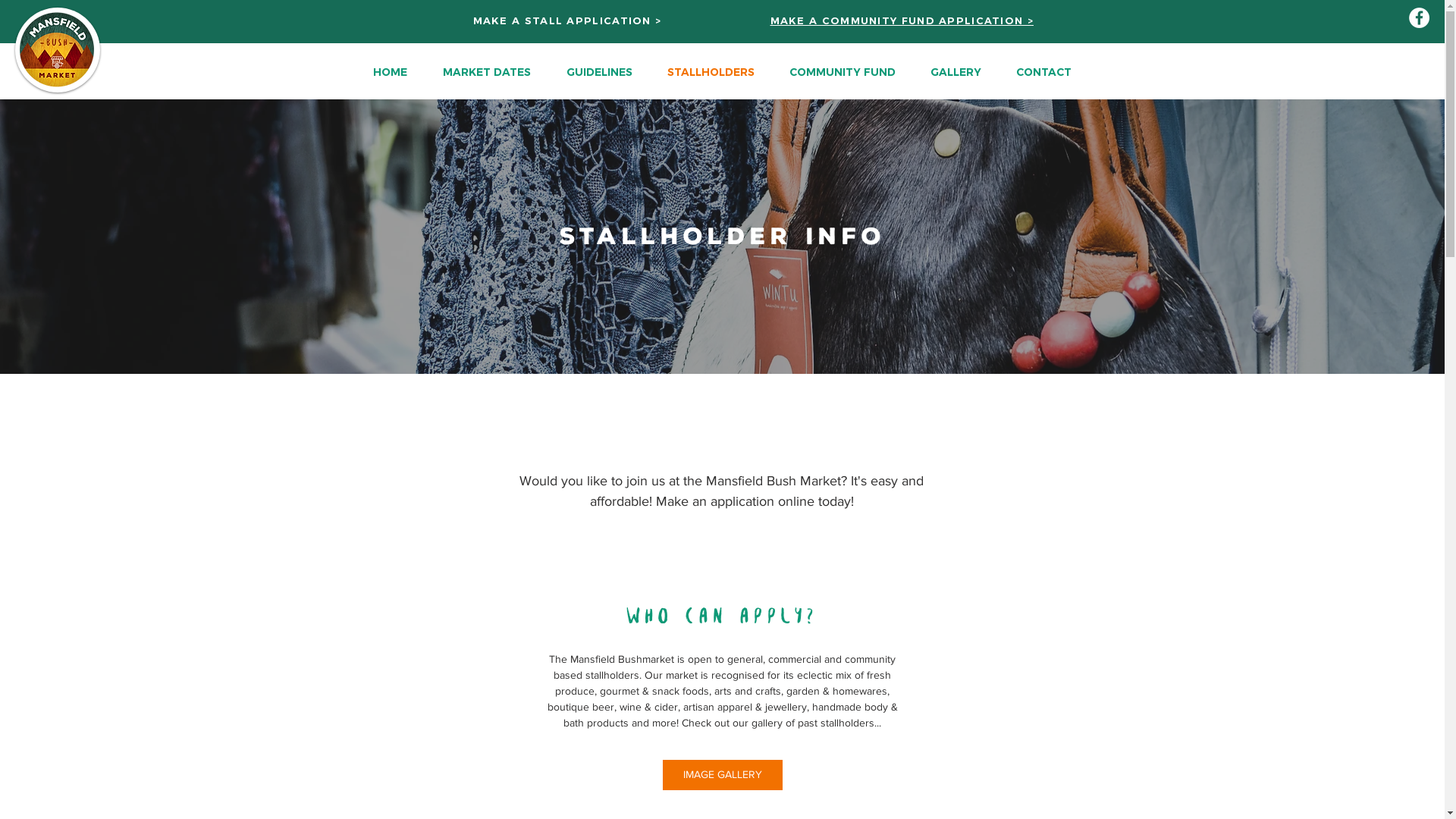 The width and height of the screenshot is (1456, 819). Describe the element at coordinates (389, 71) in the screenshot. I see `'HOME'` at that location.